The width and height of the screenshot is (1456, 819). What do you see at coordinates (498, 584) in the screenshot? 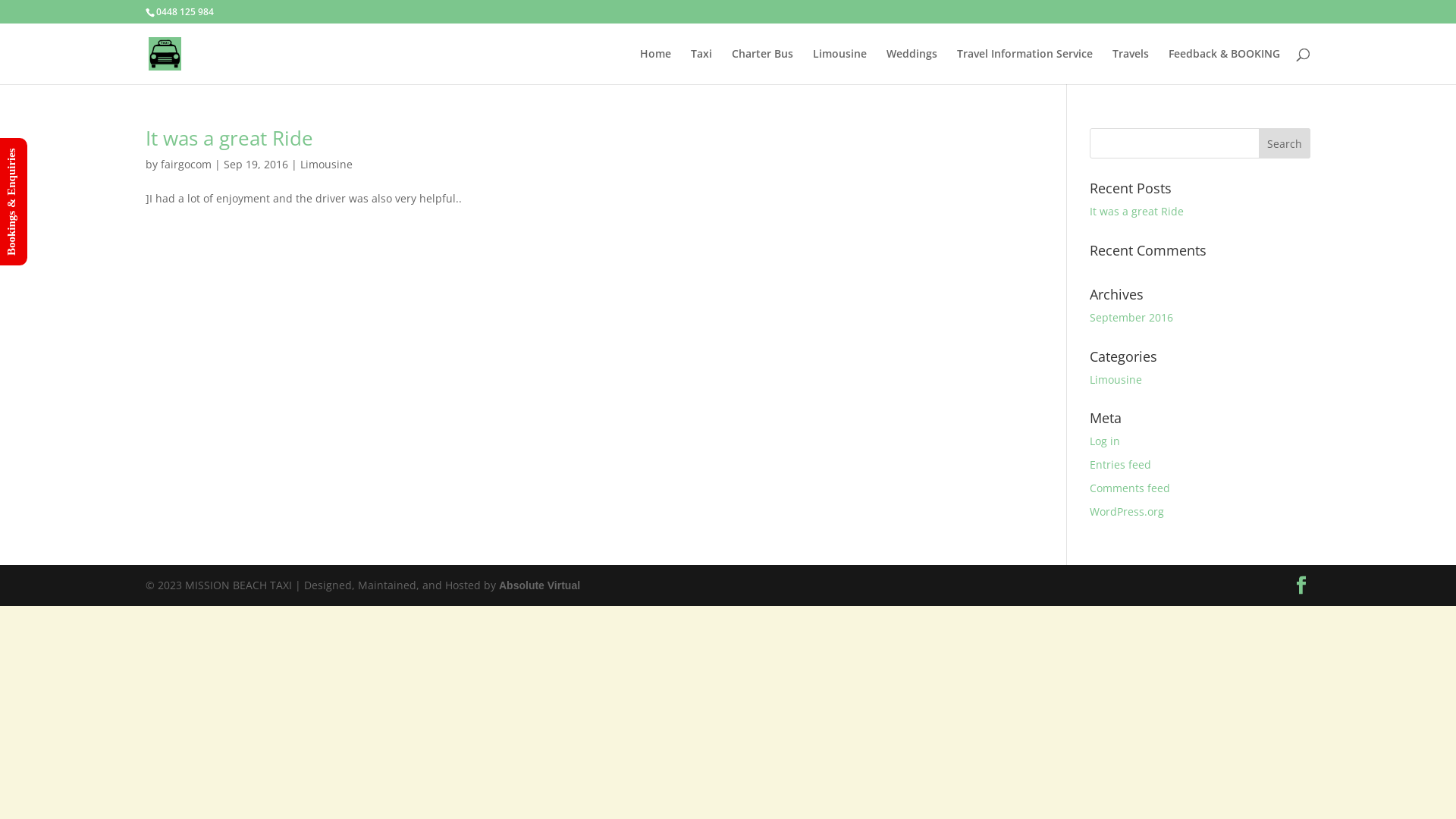
I see `'Absolute Virtual'` at bounding box center [498, 584].